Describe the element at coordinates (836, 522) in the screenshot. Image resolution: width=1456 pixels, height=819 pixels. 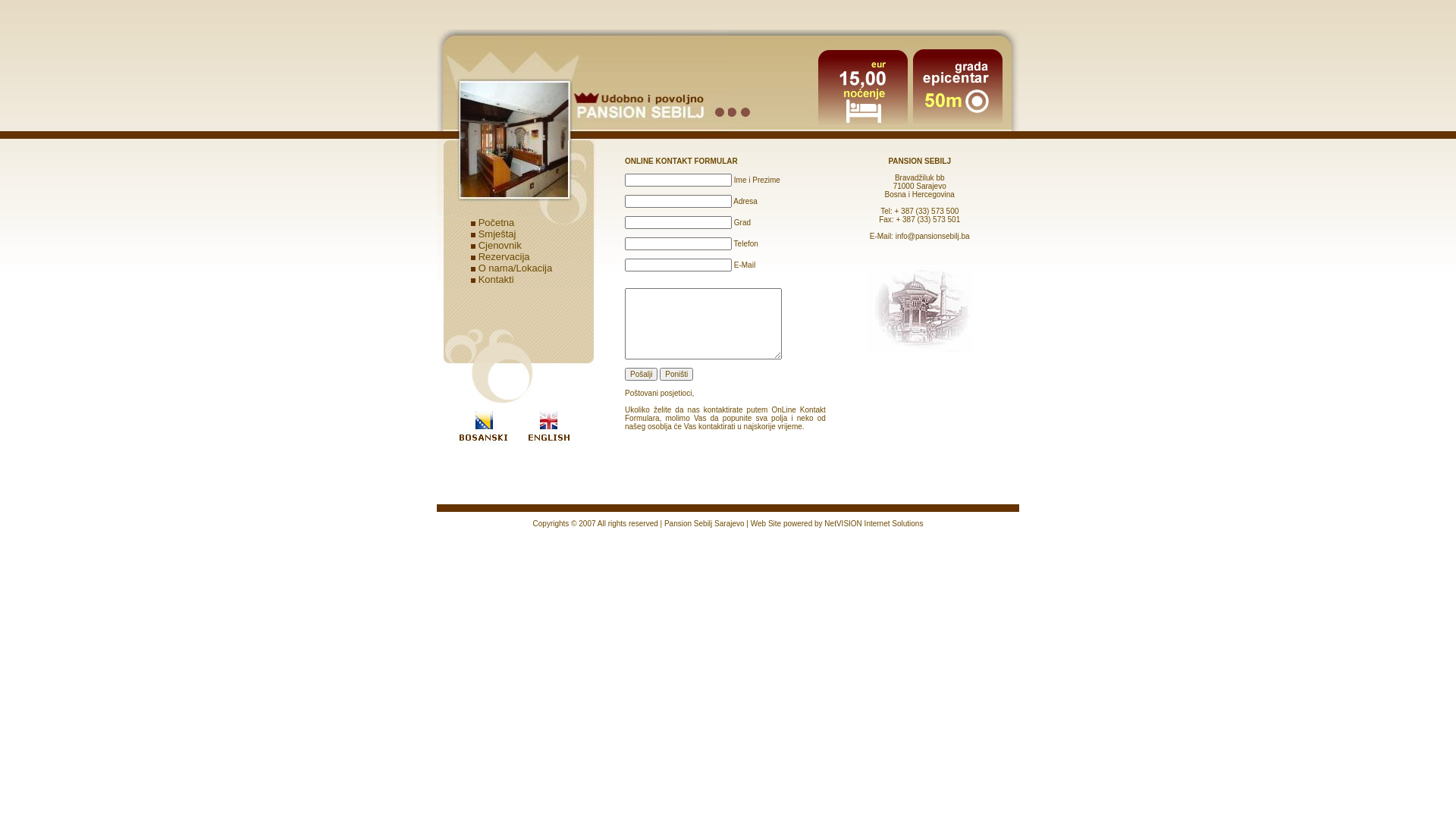
I see `'Web Site powered by NetVISION Internet Solutions'` at that location.